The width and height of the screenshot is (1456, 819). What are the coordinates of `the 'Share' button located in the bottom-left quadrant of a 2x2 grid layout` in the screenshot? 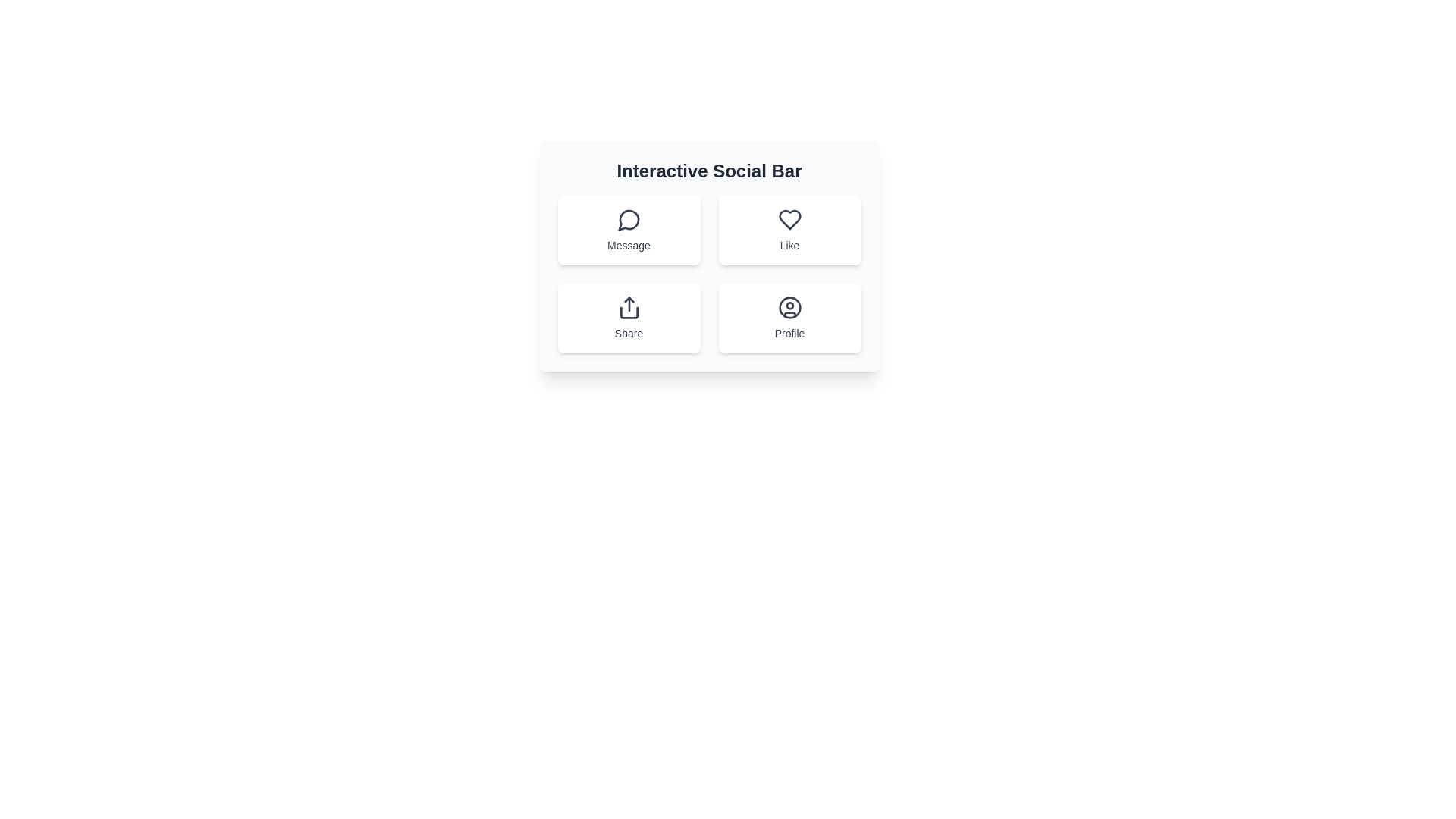 It's located at (629, 318).